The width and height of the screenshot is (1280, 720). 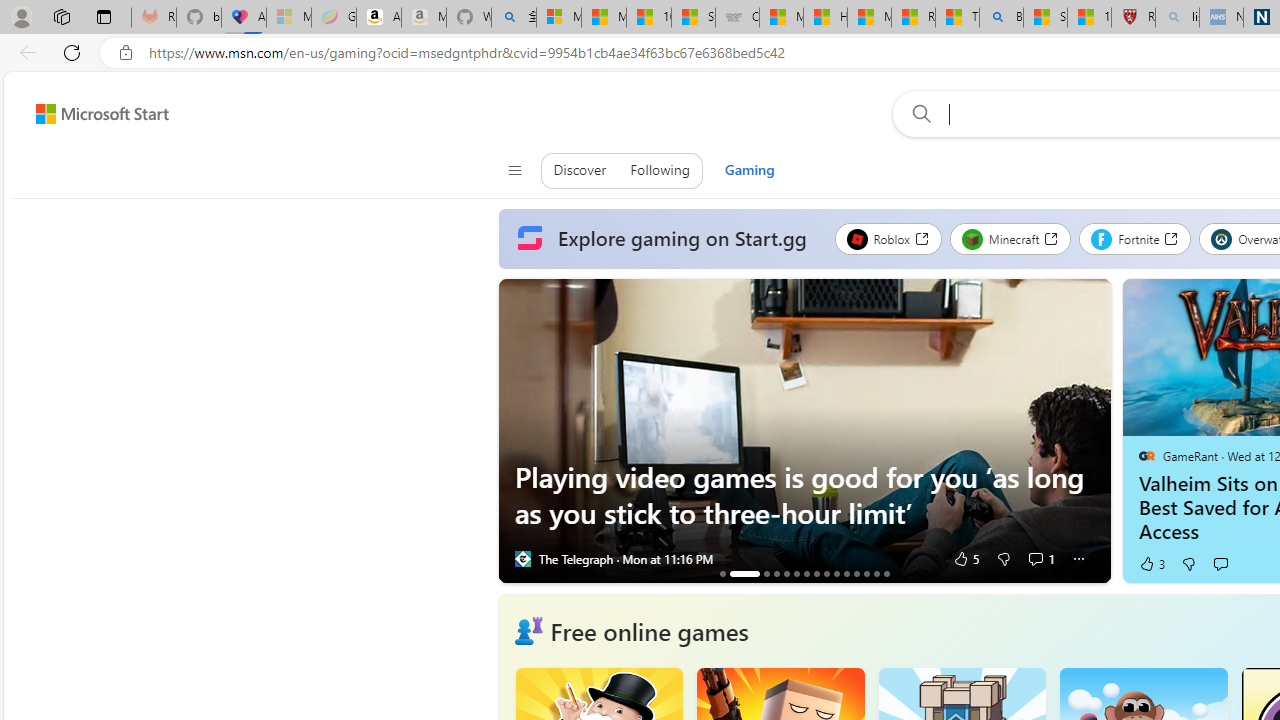 What do you see at coordinates (916, 113) in the screenshot?
I see `'Web search'` at bounding box center [916, 113].